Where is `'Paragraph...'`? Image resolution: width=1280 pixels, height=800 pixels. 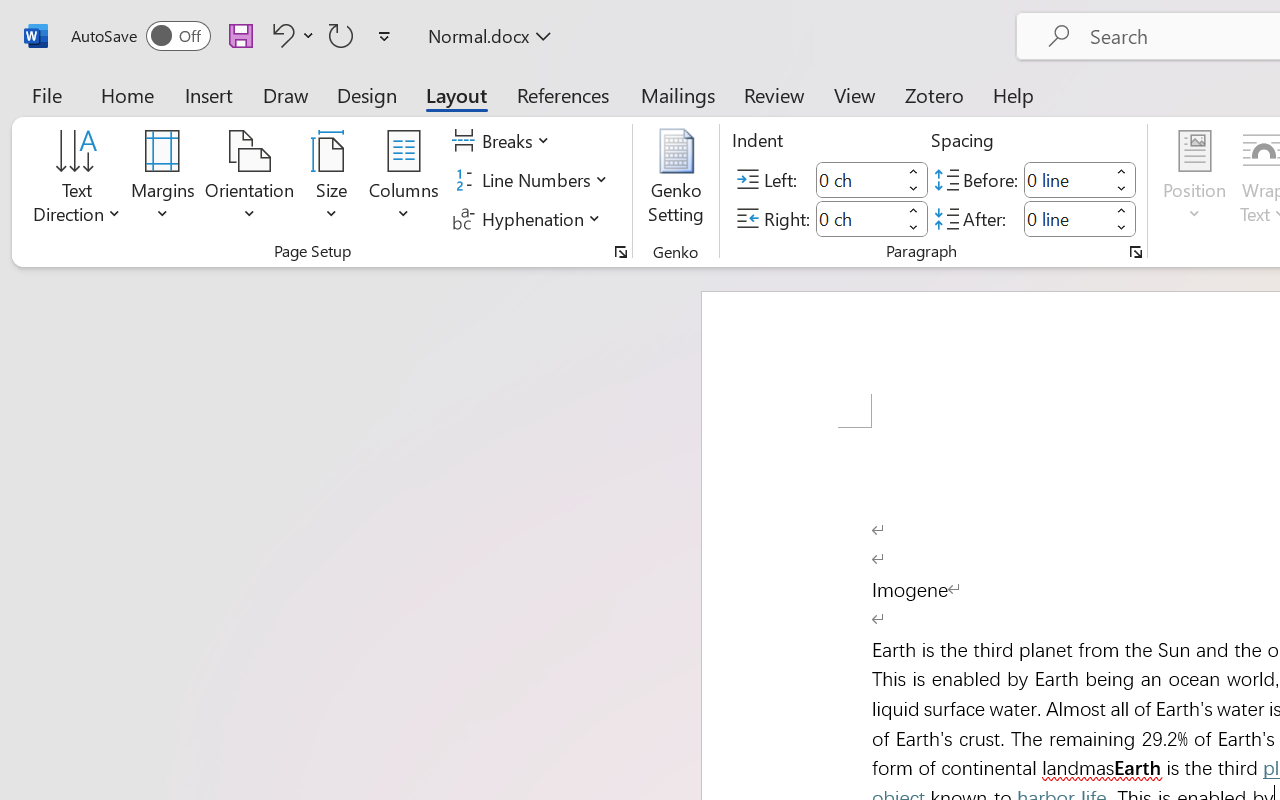 'Paragraph...' is located at coordinates (1136, 251).